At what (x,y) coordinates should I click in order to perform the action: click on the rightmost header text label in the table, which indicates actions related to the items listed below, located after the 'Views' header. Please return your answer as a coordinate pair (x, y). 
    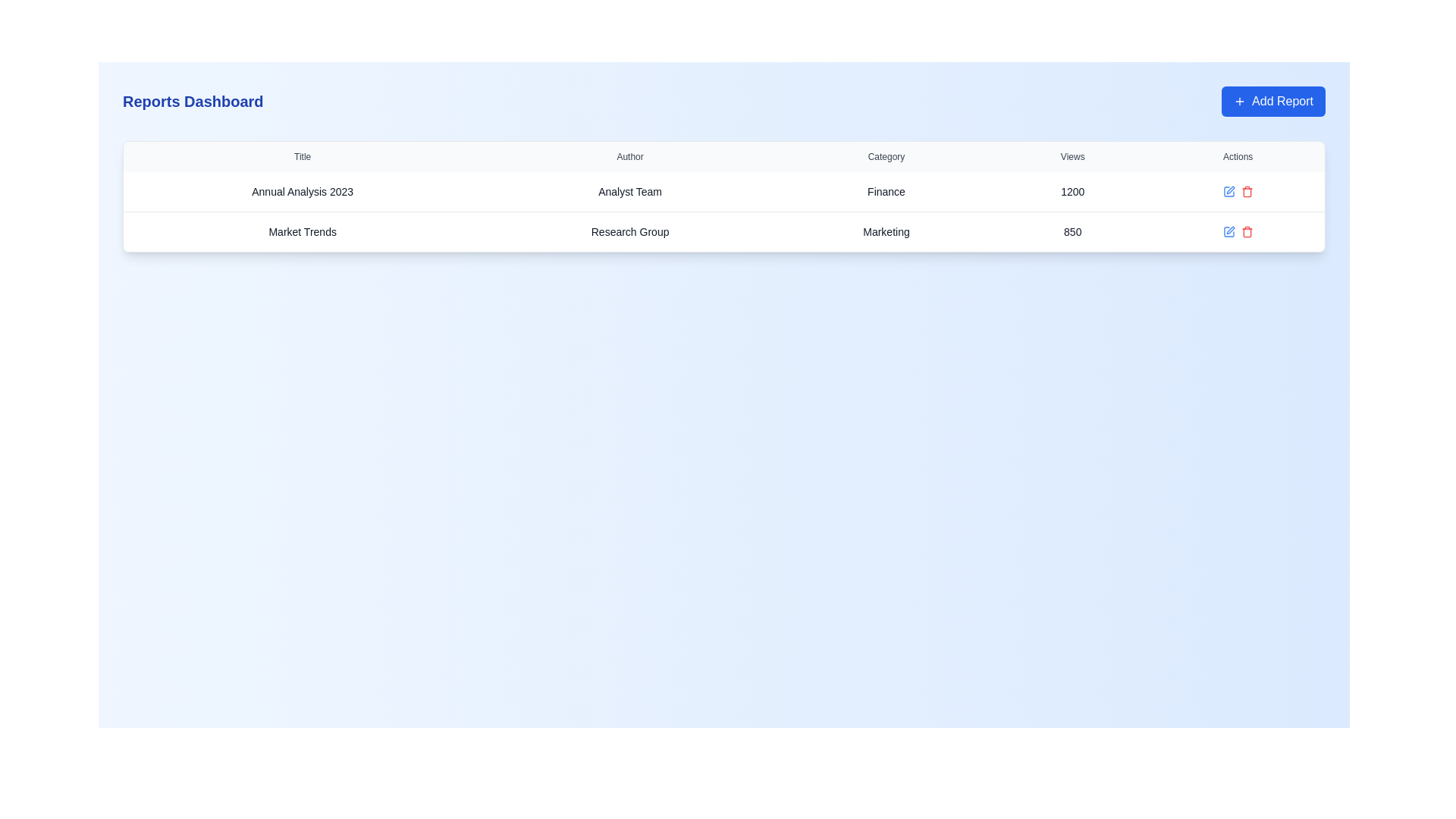
    Looking at the image, I should click on (1238, 157).